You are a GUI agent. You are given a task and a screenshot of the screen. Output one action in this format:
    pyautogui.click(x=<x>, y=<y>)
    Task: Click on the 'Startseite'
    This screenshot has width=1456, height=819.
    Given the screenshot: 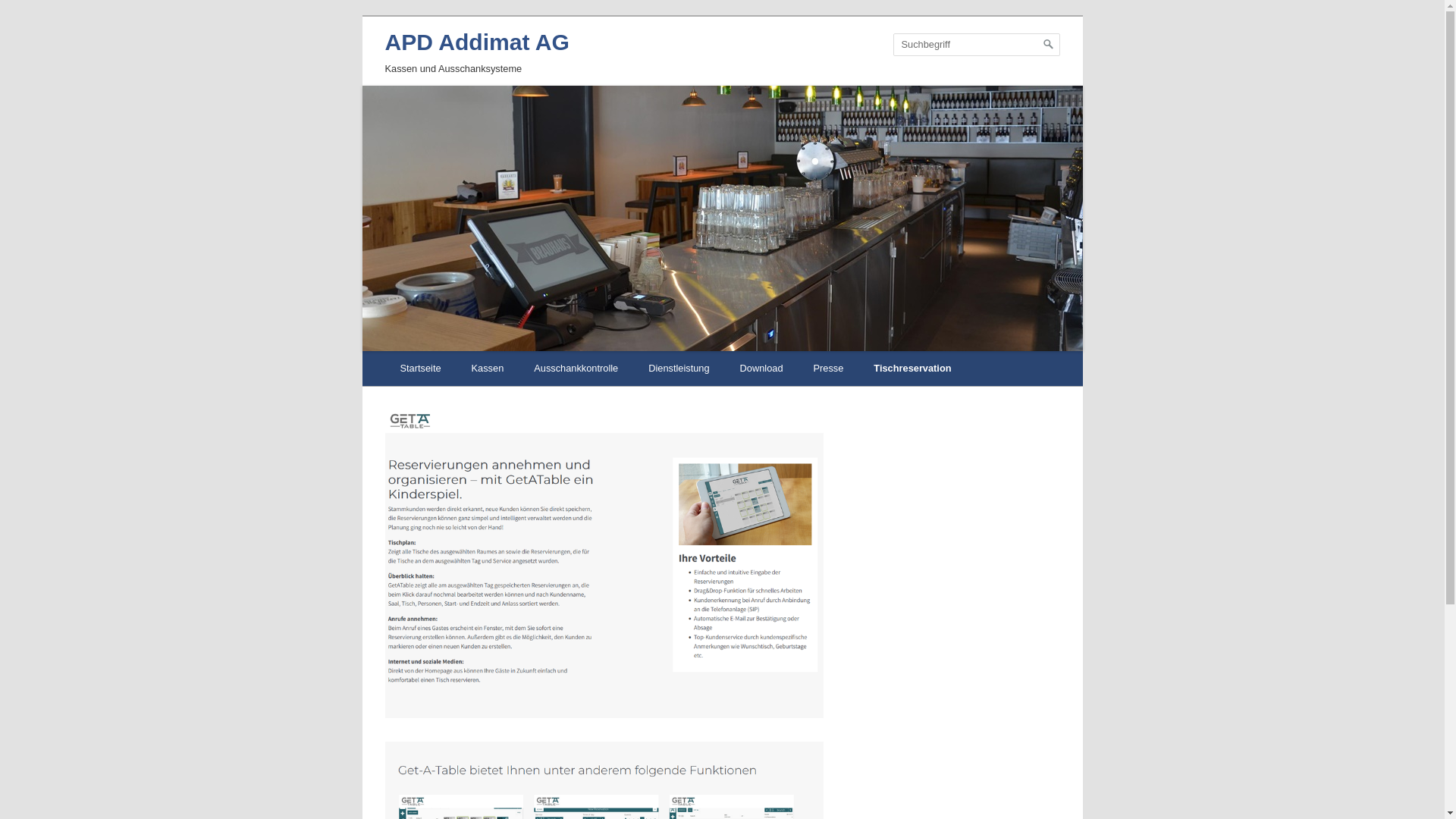 What is the action you would take?
    pyautogui.click(x=421, y=369)
    